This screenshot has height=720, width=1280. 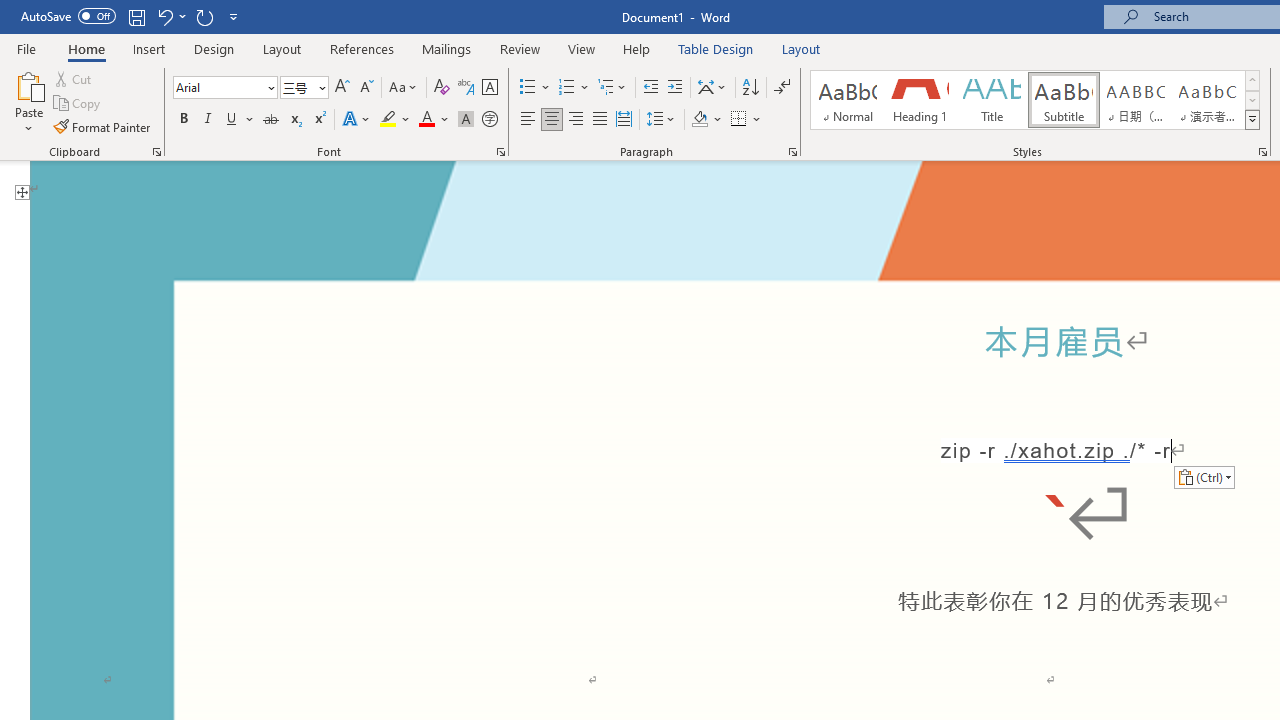 I want to click on 'Action: Paste alternatives', so click(x=1203, y=477).